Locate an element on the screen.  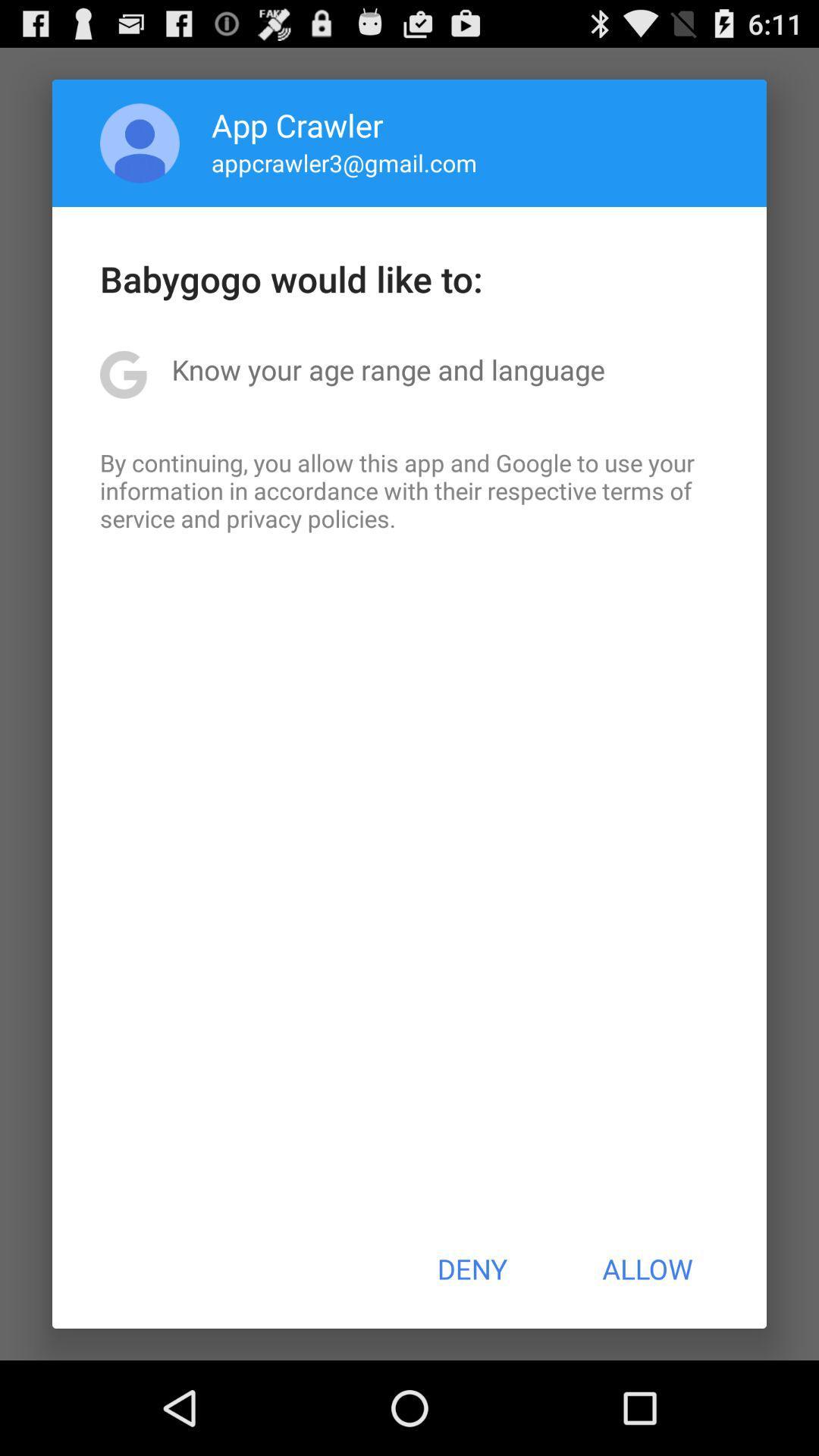
the know your age is located at coordinates (388, 369).